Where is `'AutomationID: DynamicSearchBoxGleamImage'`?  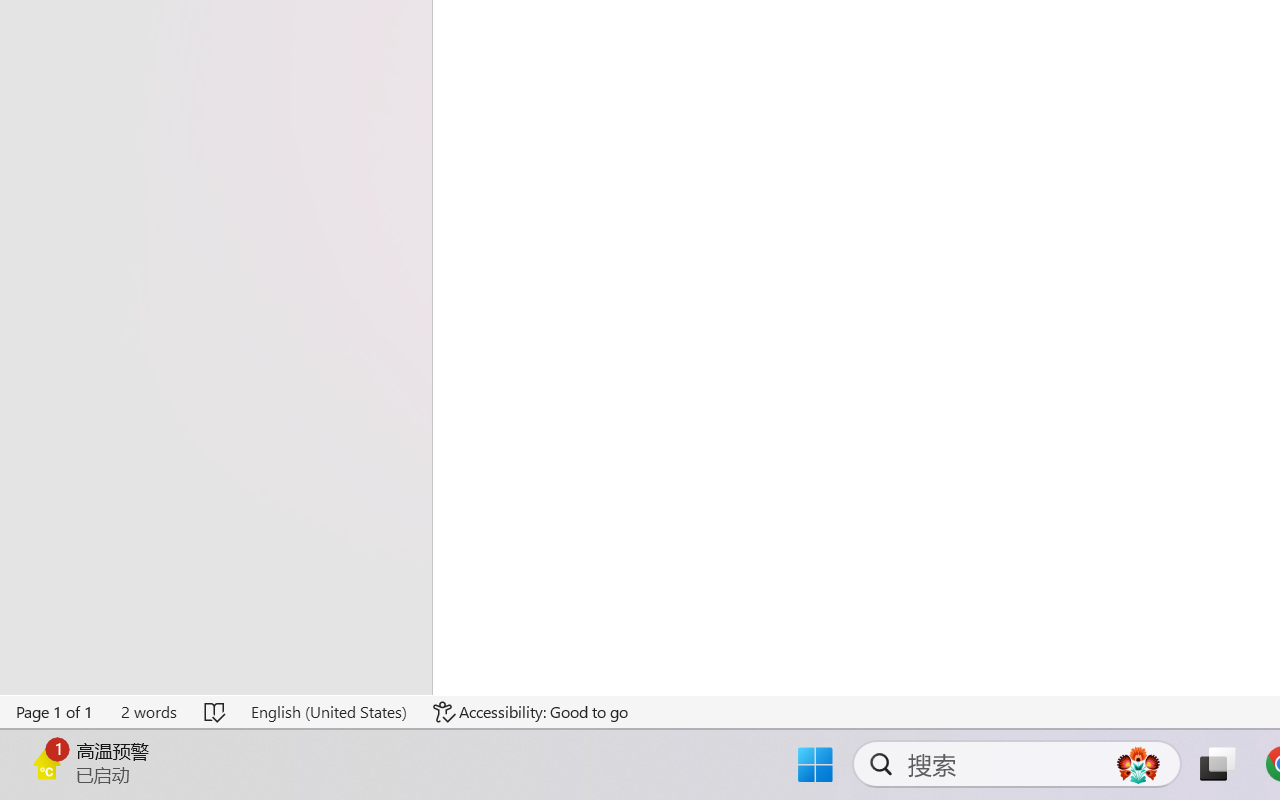 'AutomationID: DynamicSearchBoxGleamImage' is located at coordinates (1138, 764).